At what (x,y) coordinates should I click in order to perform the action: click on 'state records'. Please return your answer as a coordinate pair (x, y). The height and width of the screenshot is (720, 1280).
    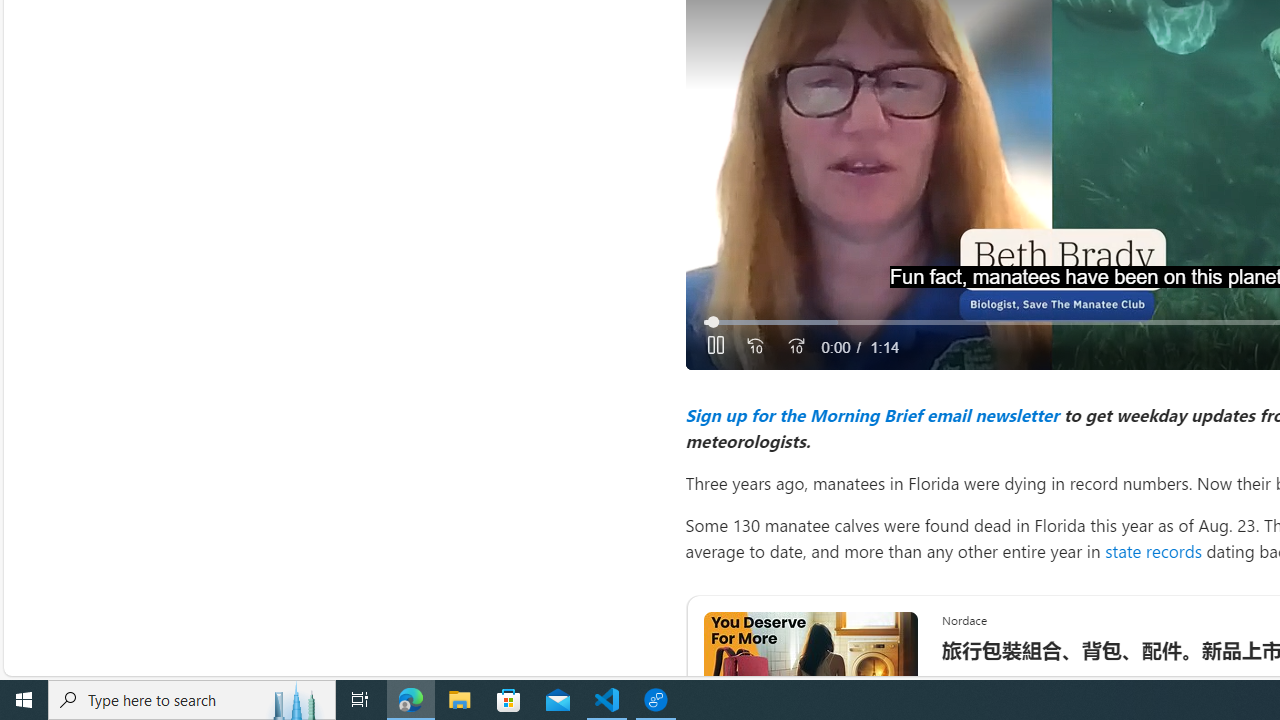
    Looking at the image, I should click on (1153, 550).